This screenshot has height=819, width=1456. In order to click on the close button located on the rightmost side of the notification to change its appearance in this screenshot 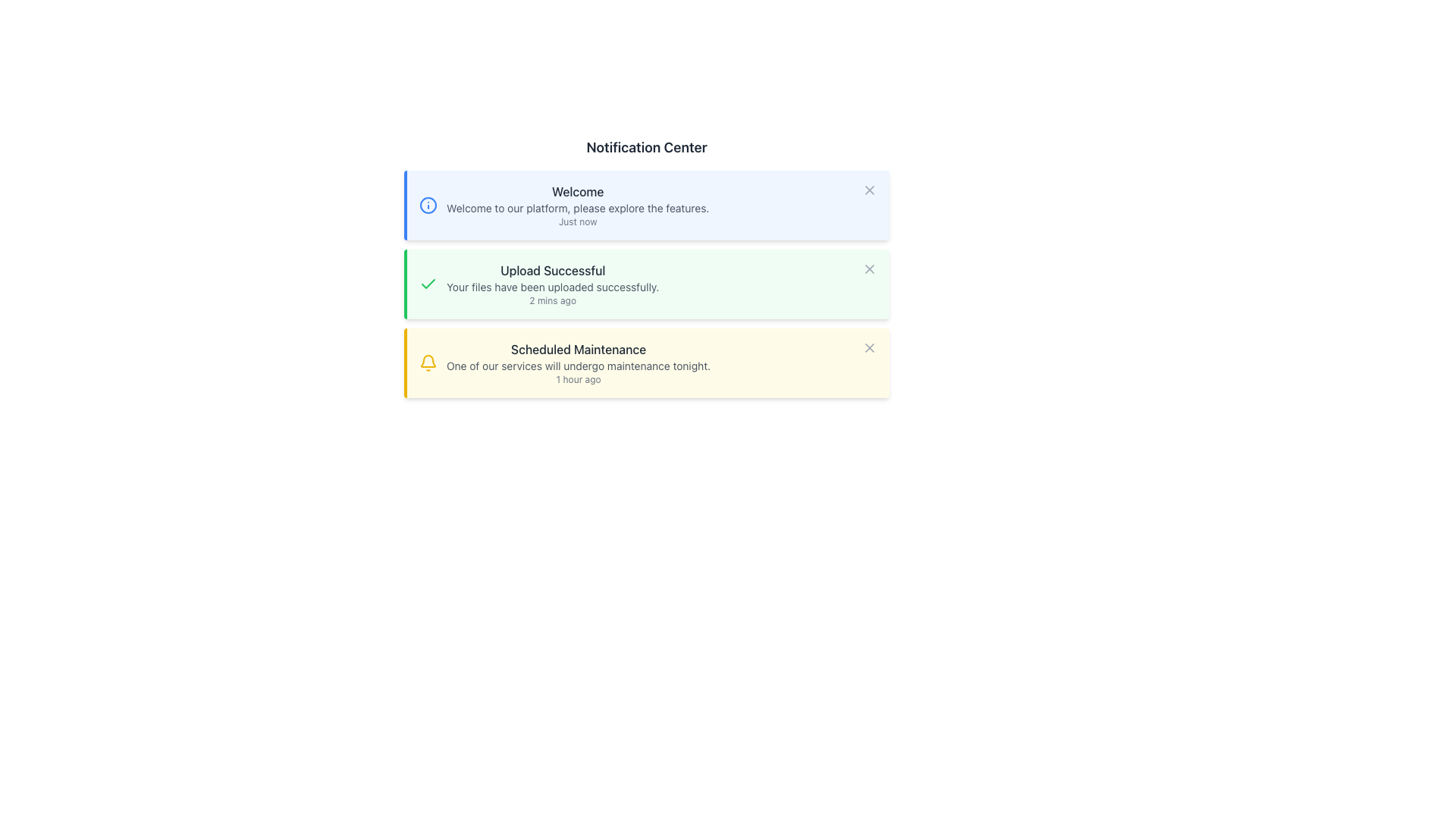, I will do `click(870, 189)`.